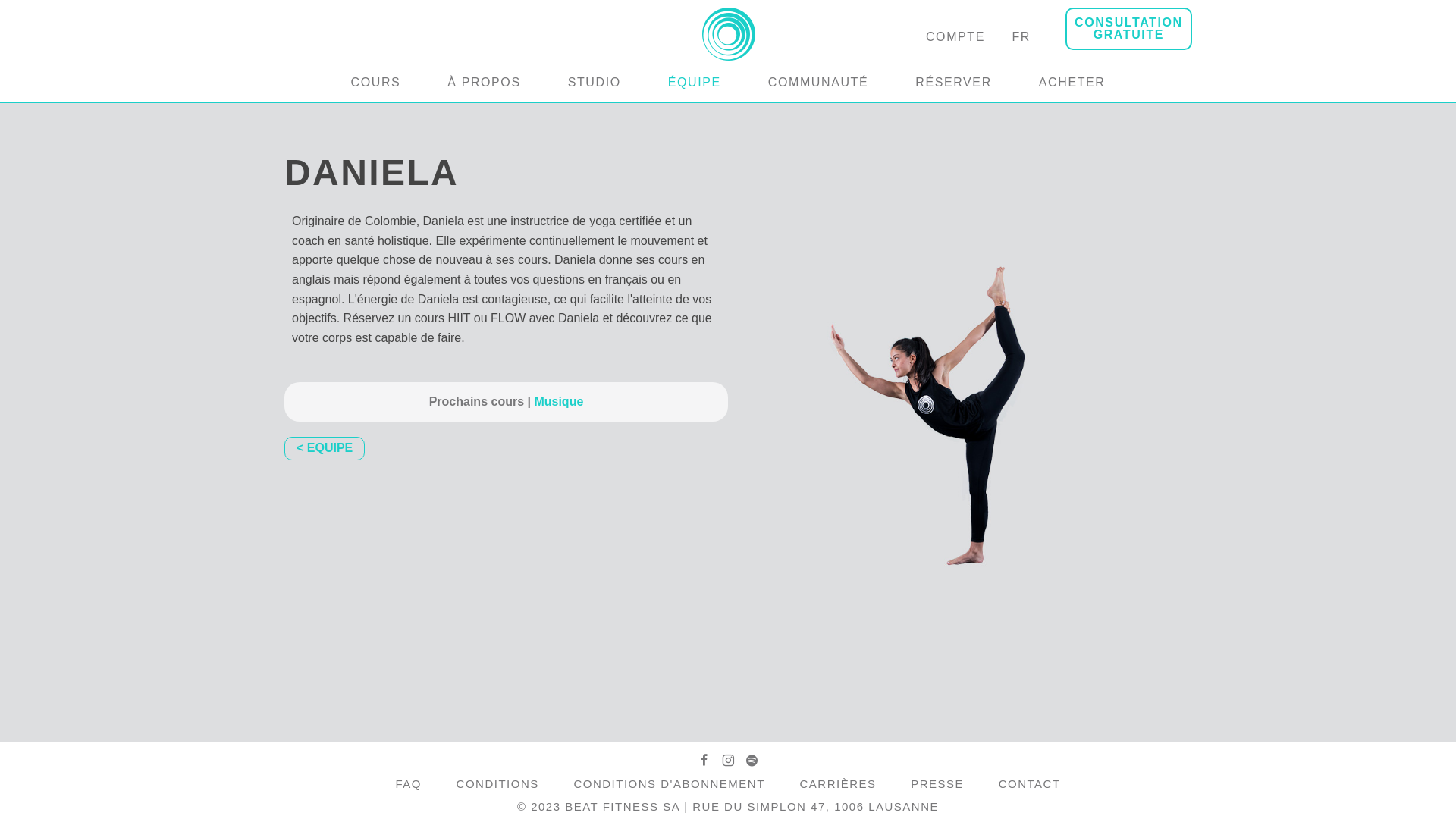  Describe the element at coordinates (745, 761) in the screenshot. I see `'spotify'` at that location.